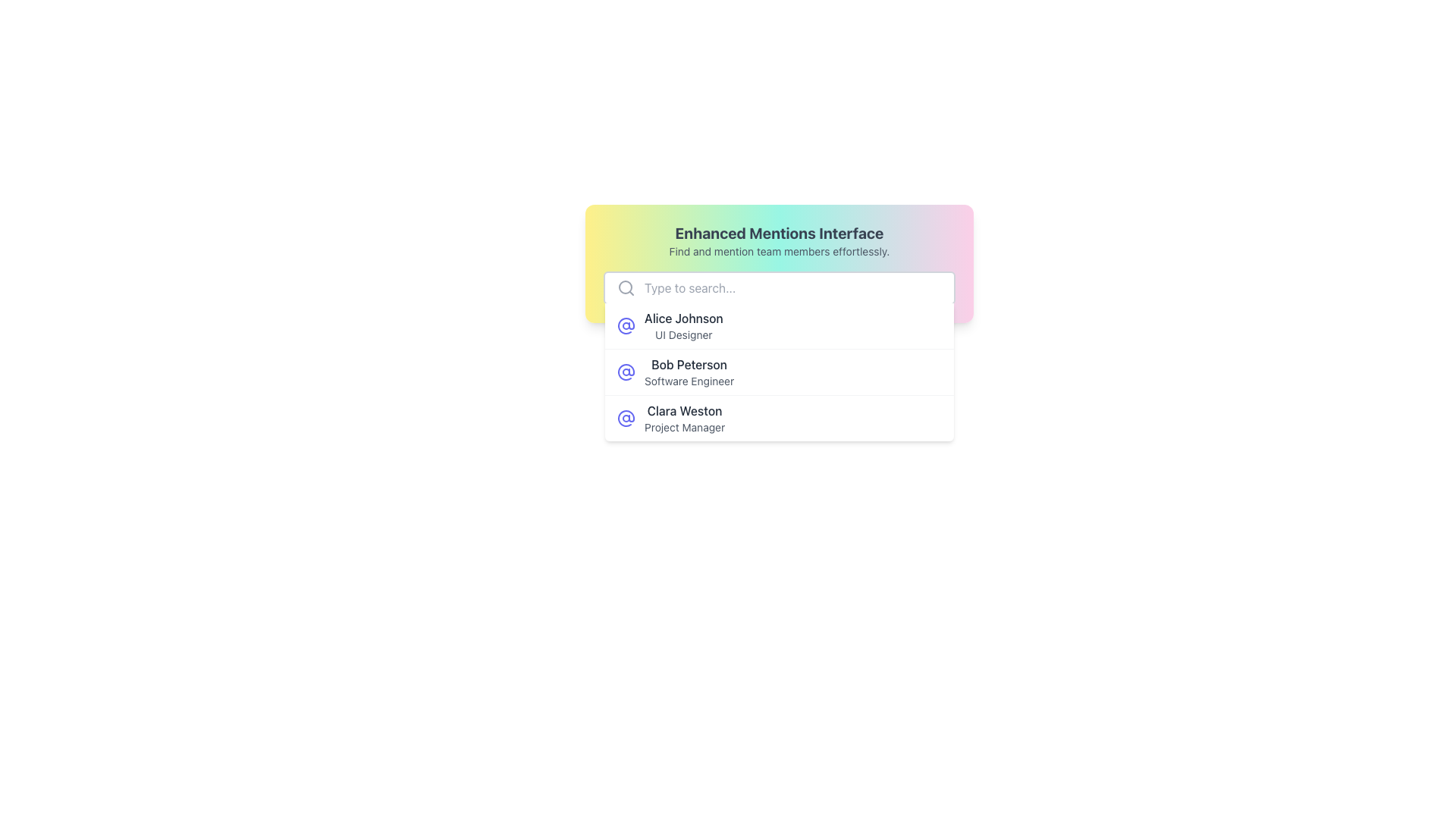 Image resolution: width=1456 pixels, height=819 pixels. What do you see at coordinates (626, 325) in the screenshot?
I see `the icon located in the first row of the list, to the left of the name 'Alice Johnson' and their role 'UI Designer', which visually distinguishes the row and may indicate user-related information` at bounding box center [626, 325].